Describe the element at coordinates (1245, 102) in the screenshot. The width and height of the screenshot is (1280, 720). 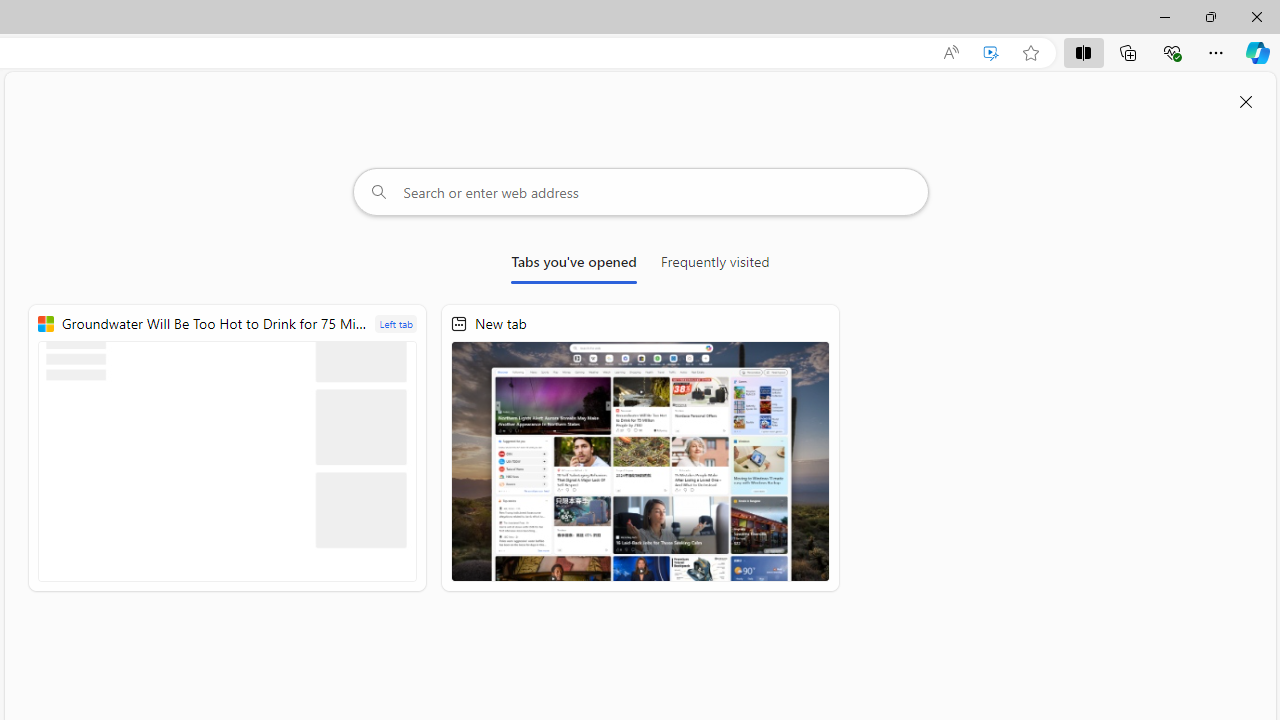
I see `'Close split screen'` at that location.